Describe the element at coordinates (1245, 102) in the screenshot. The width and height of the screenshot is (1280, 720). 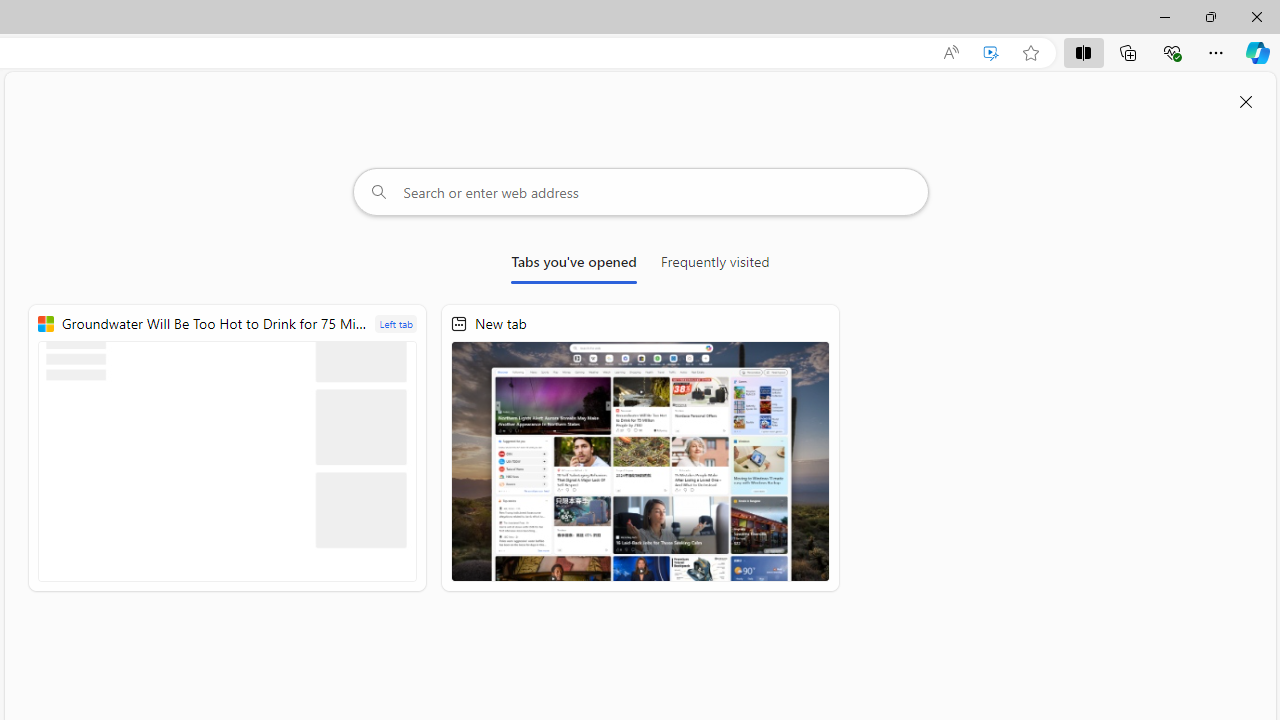
I see `'Close split screen'` at that location.